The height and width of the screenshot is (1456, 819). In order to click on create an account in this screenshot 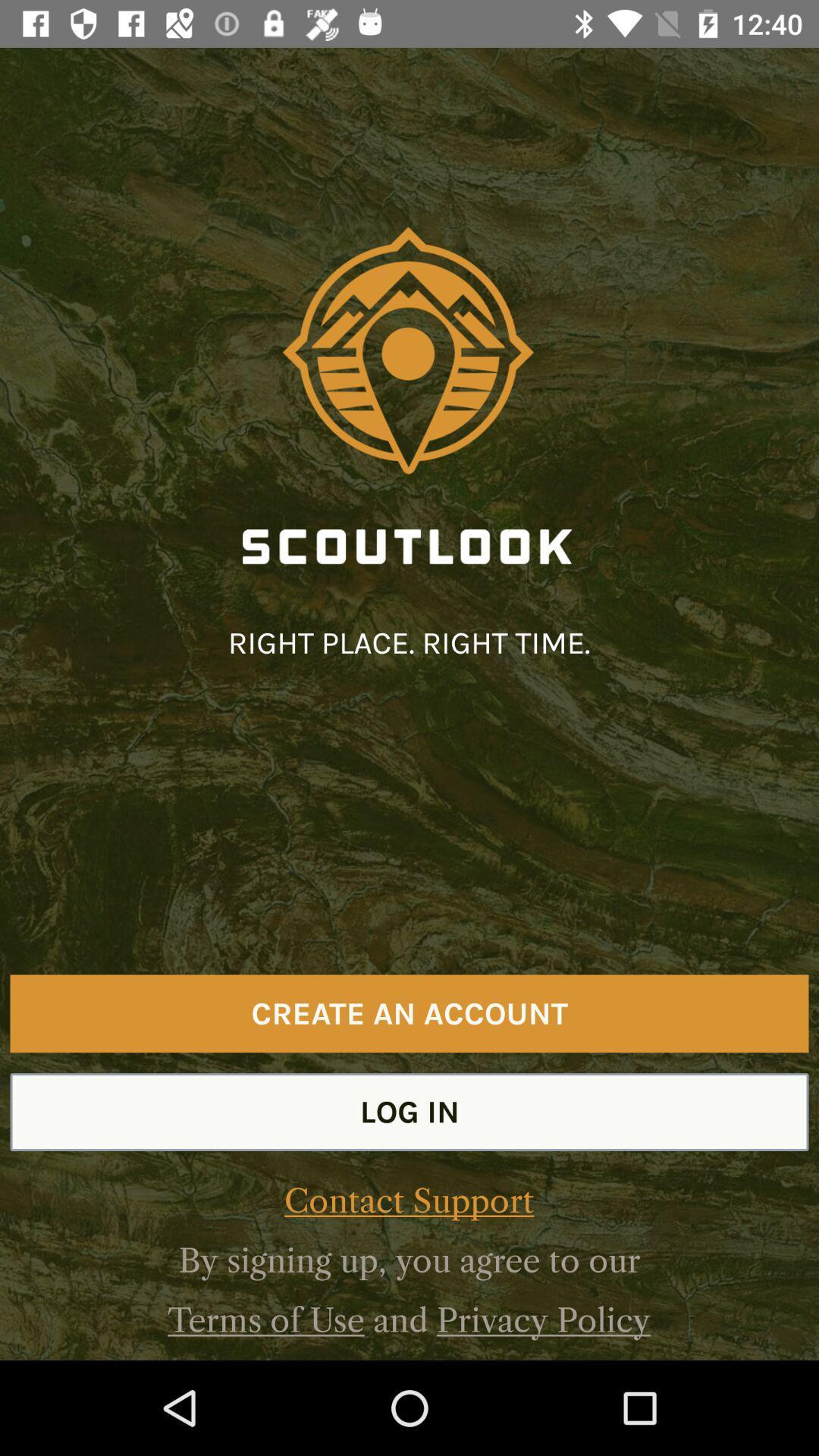, I will do `click(409, 1013)`.